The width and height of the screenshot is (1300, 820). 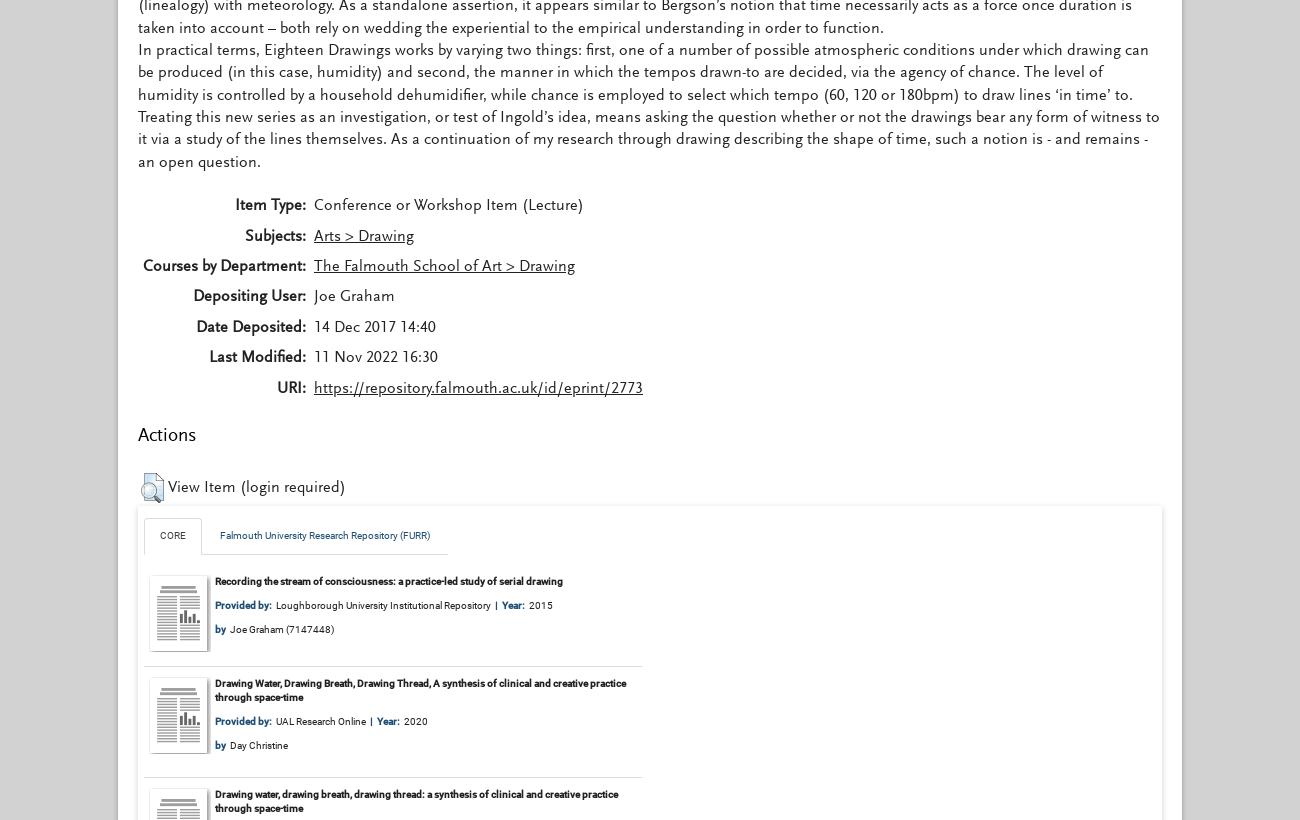 What do you see at coordinates (416, 800) in the screenshot?
I see `'Drawing water, drawing breath, drawing thread: a synthesis of clinical and creative practice through space-time'` at bounding box center [416, 800].